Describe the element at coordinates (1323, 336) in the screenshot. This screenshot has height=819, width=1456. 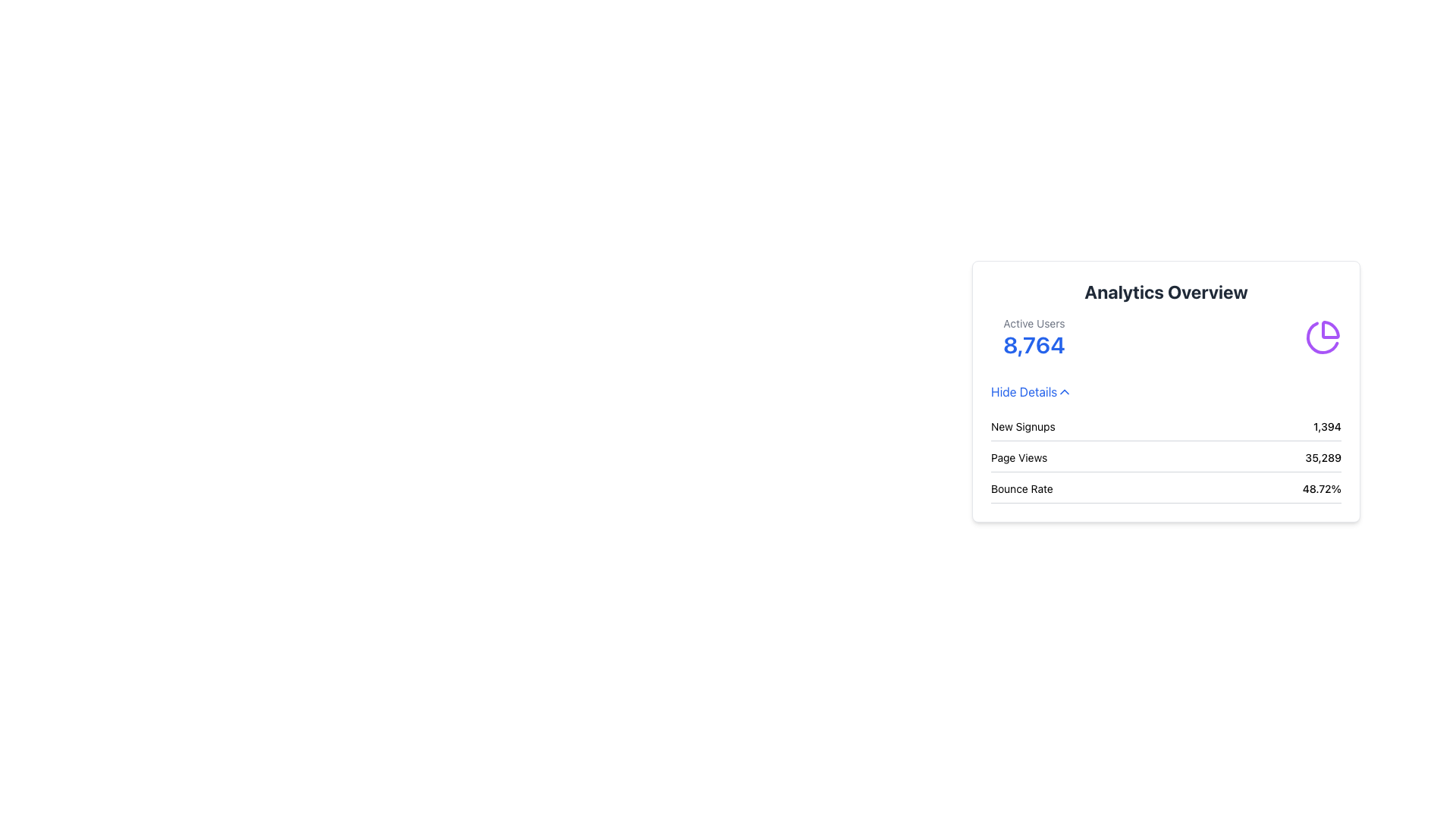
I see `the analytics icon located at the far-right corner of the 'Active Users' metric in the 'Analytics Overview' section, which signifies data visualization features` at that location.